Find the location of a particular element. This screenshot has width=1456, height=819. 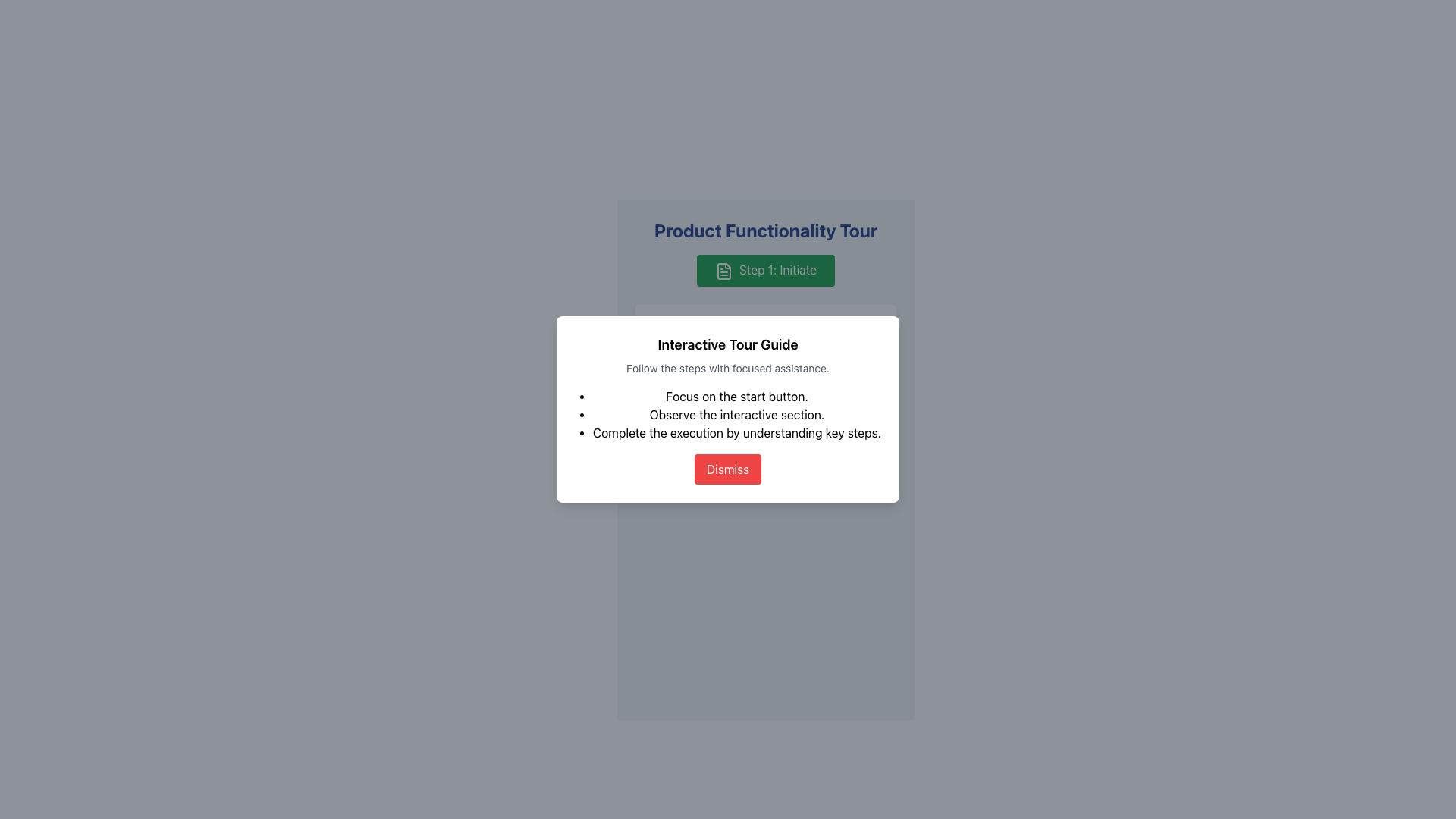

the appearance of the interactive icon located in the center area of the 'Interactive Tour Guide' pop-up card, positioned above the text description and the dismiss button is located at coordinates (765, 330).